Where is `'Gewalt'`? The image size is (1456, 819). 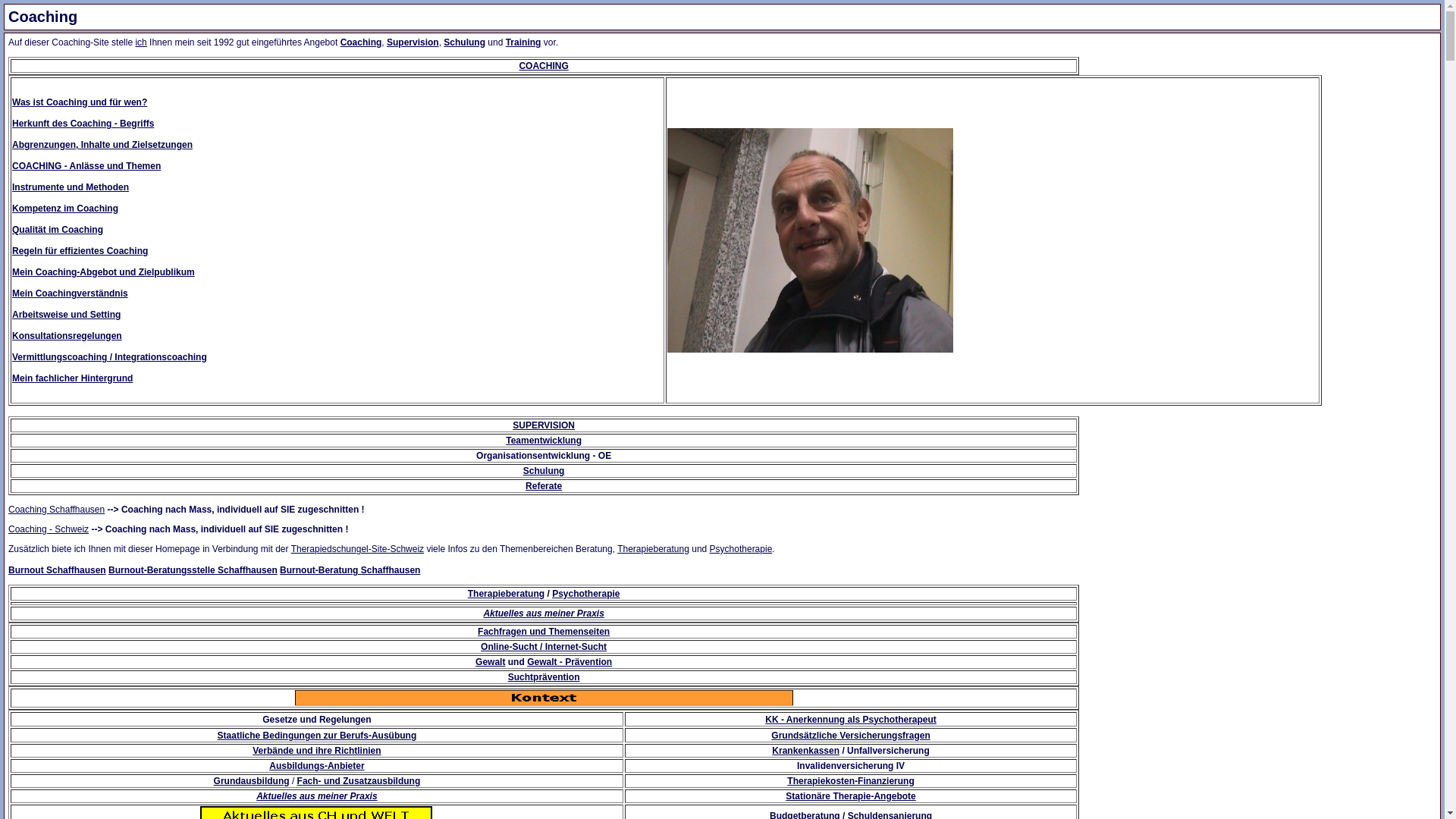 'Gewalt' is located at coordinates (490, 661).